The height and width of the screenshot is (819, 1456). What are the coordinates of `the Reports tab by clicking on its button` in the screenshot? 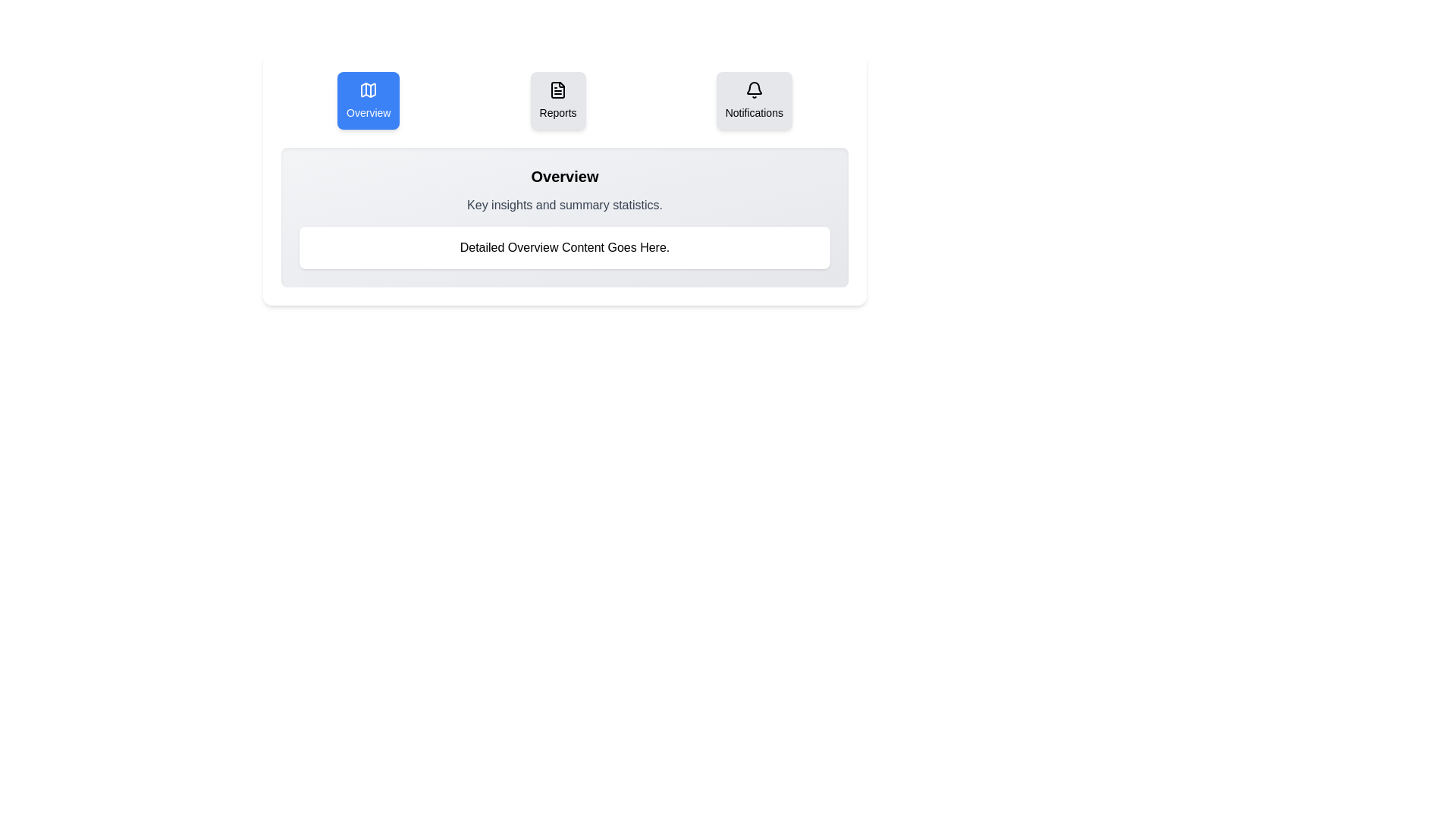 It's located at (557, 100).